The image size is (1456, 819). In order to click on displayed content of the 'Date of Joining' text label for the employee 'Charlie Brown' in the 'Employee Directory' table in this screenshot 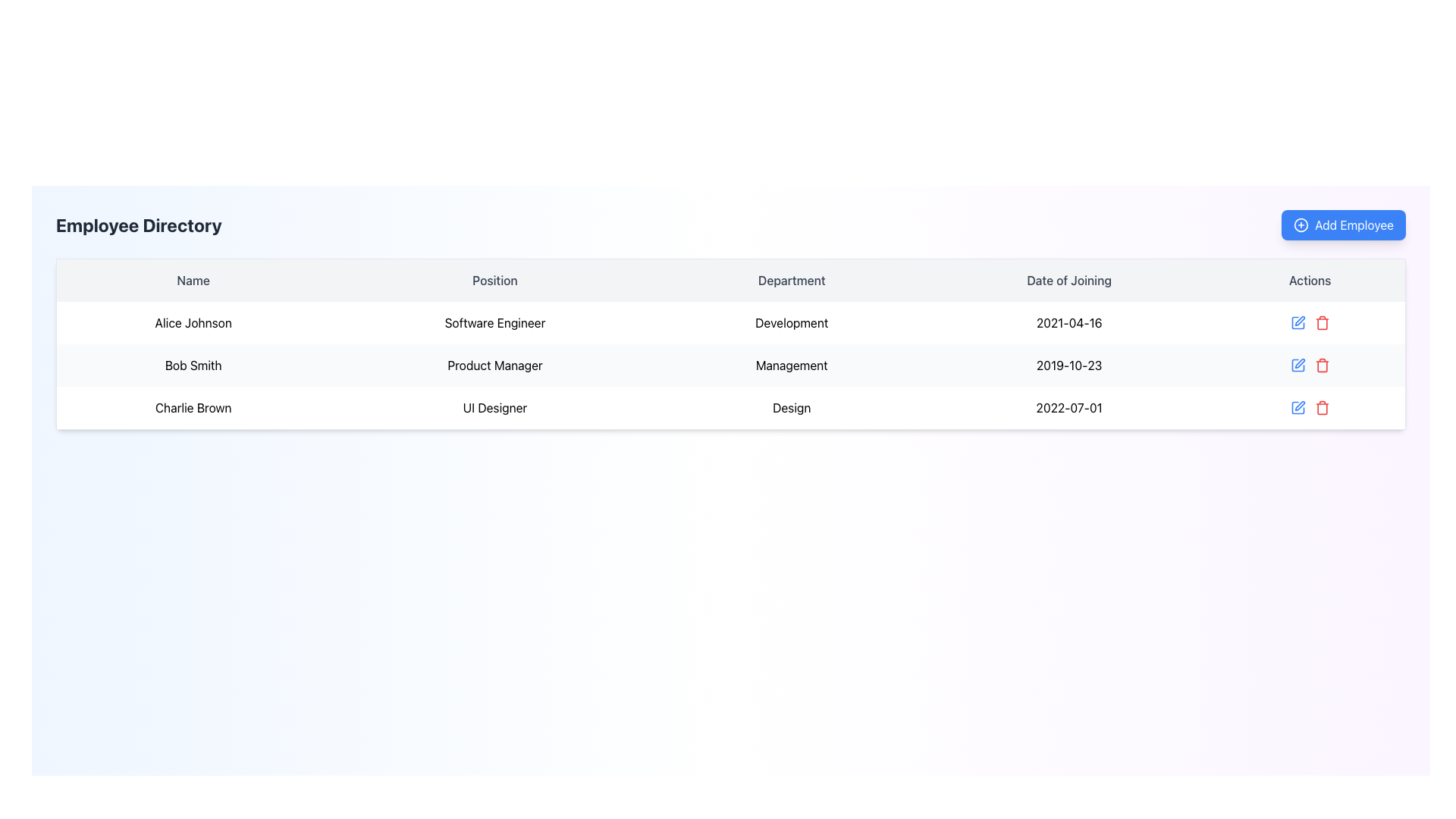, I will do `click(1068, 407)`.